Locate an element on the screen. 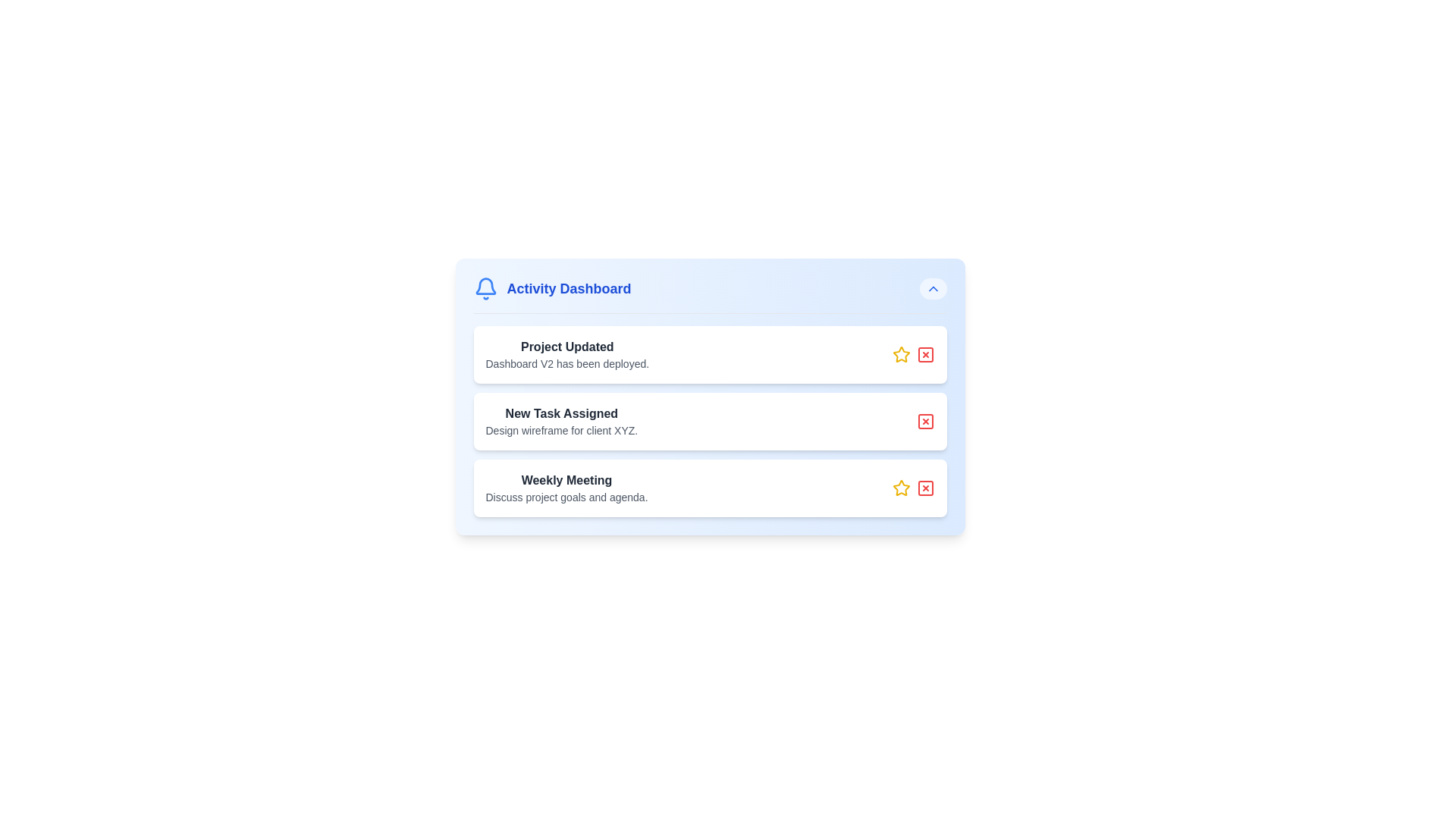 Image resolution: width=1456 pixels, height=819 pixels. text content of the bold title in the upper portion of the notification card, which is located above the description line that states 'Dashboard V2 has been deployed.' is located at coordinates (566, 347).